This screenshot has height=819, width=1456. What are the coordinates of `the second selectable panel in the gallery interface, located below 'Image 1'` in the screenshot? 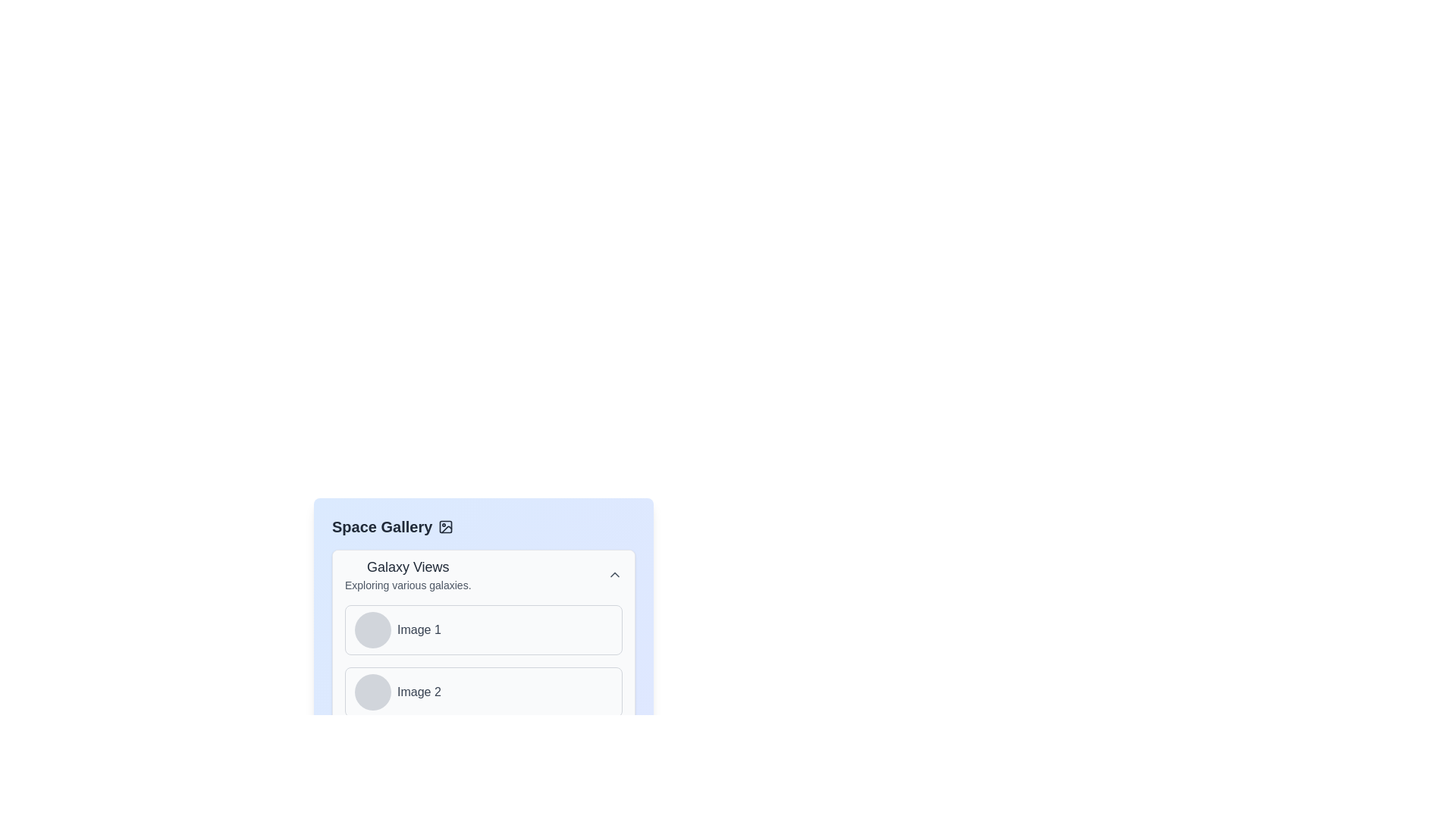 It's located at (483, 692).